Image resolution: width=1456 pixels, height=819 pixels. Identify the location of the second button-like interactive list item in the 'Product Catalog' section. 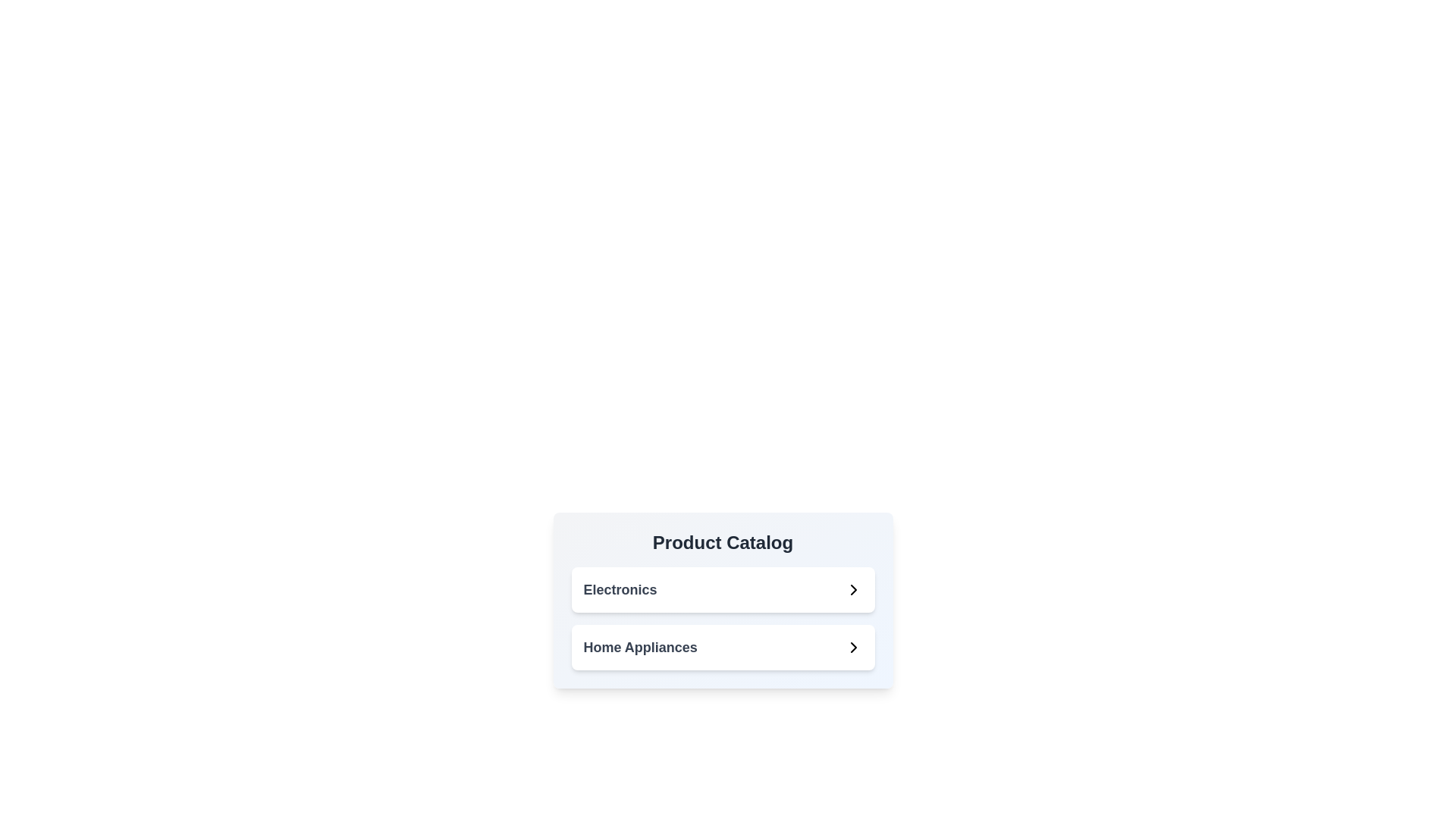
(722, 647).